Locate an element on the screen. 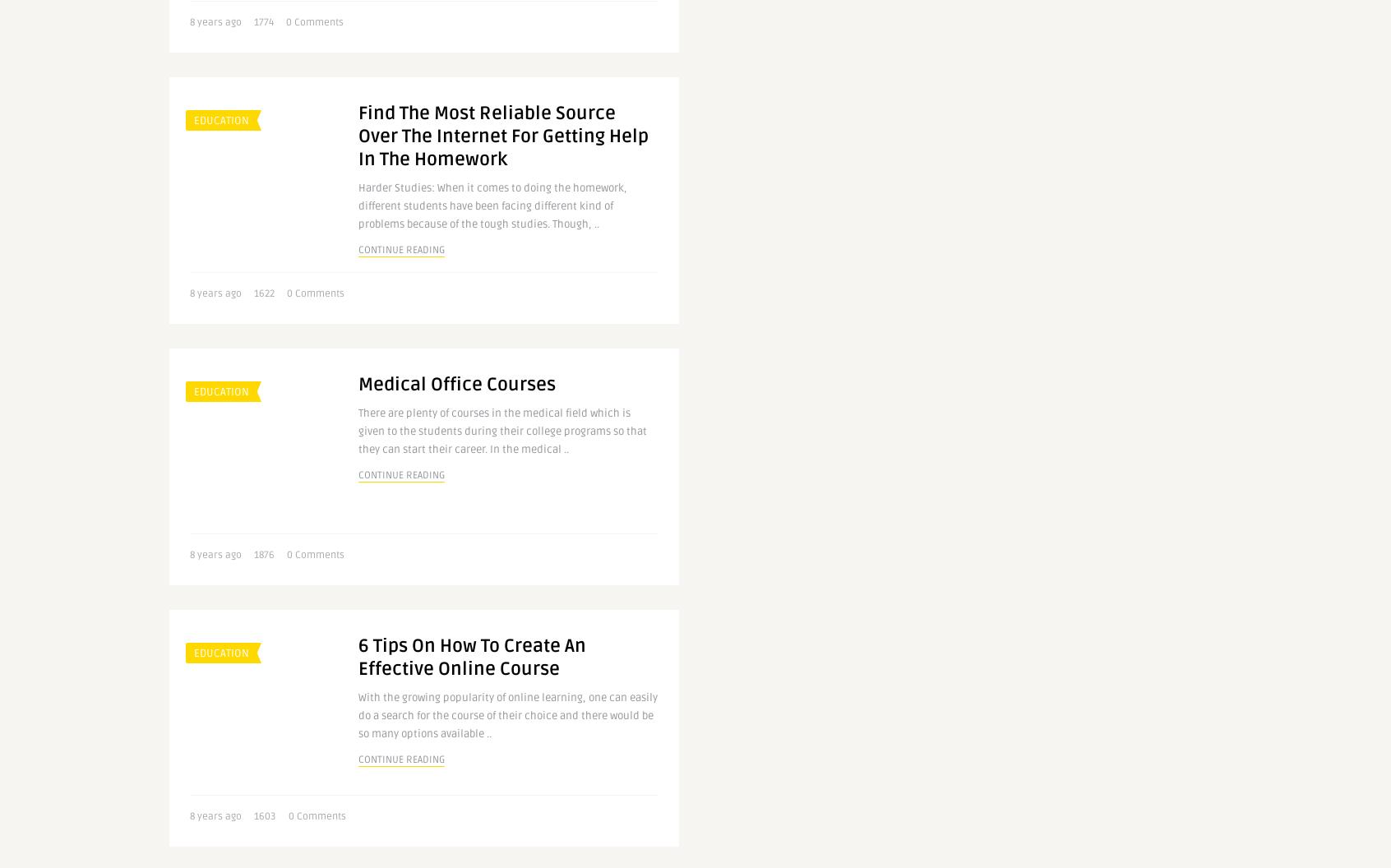  '1774' is located at coordinates (262, 22).